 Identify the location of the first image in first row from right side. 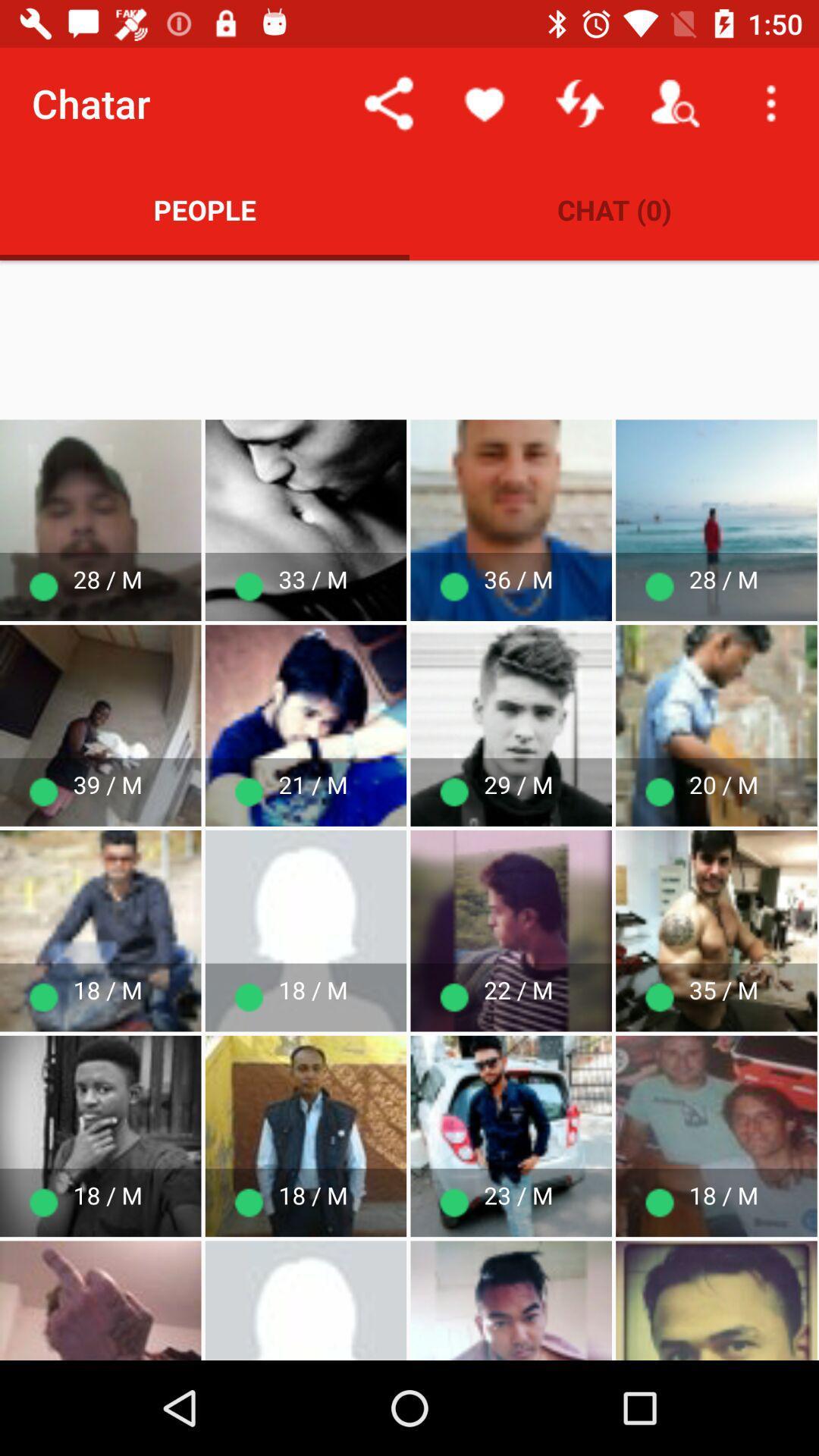
(717, 520).